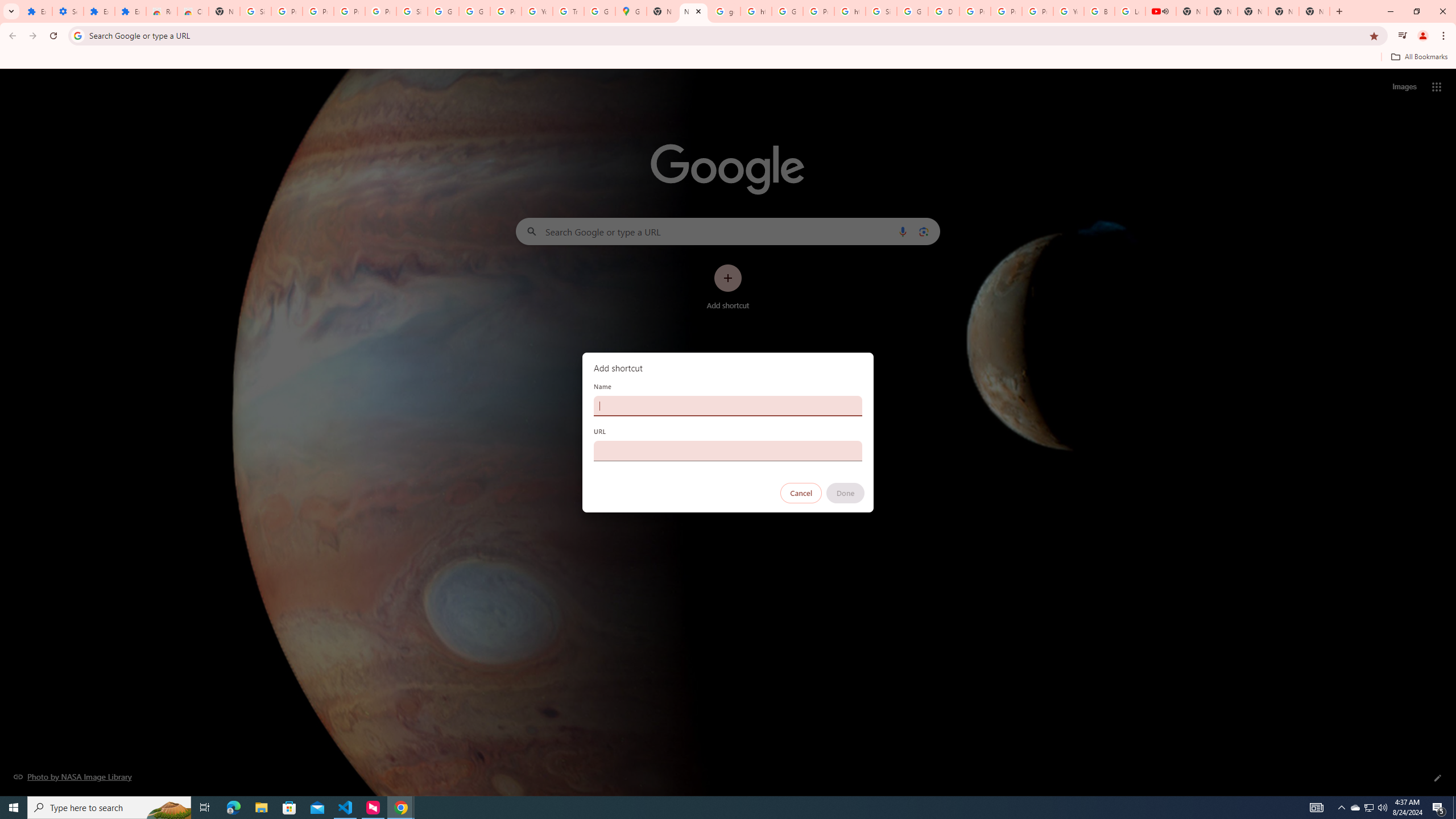  What do you see at coordinates (1006, 11) in the screenshot?
I see `'Privacy Help Center - Policies Help'` at bounding box center [1006, 11].